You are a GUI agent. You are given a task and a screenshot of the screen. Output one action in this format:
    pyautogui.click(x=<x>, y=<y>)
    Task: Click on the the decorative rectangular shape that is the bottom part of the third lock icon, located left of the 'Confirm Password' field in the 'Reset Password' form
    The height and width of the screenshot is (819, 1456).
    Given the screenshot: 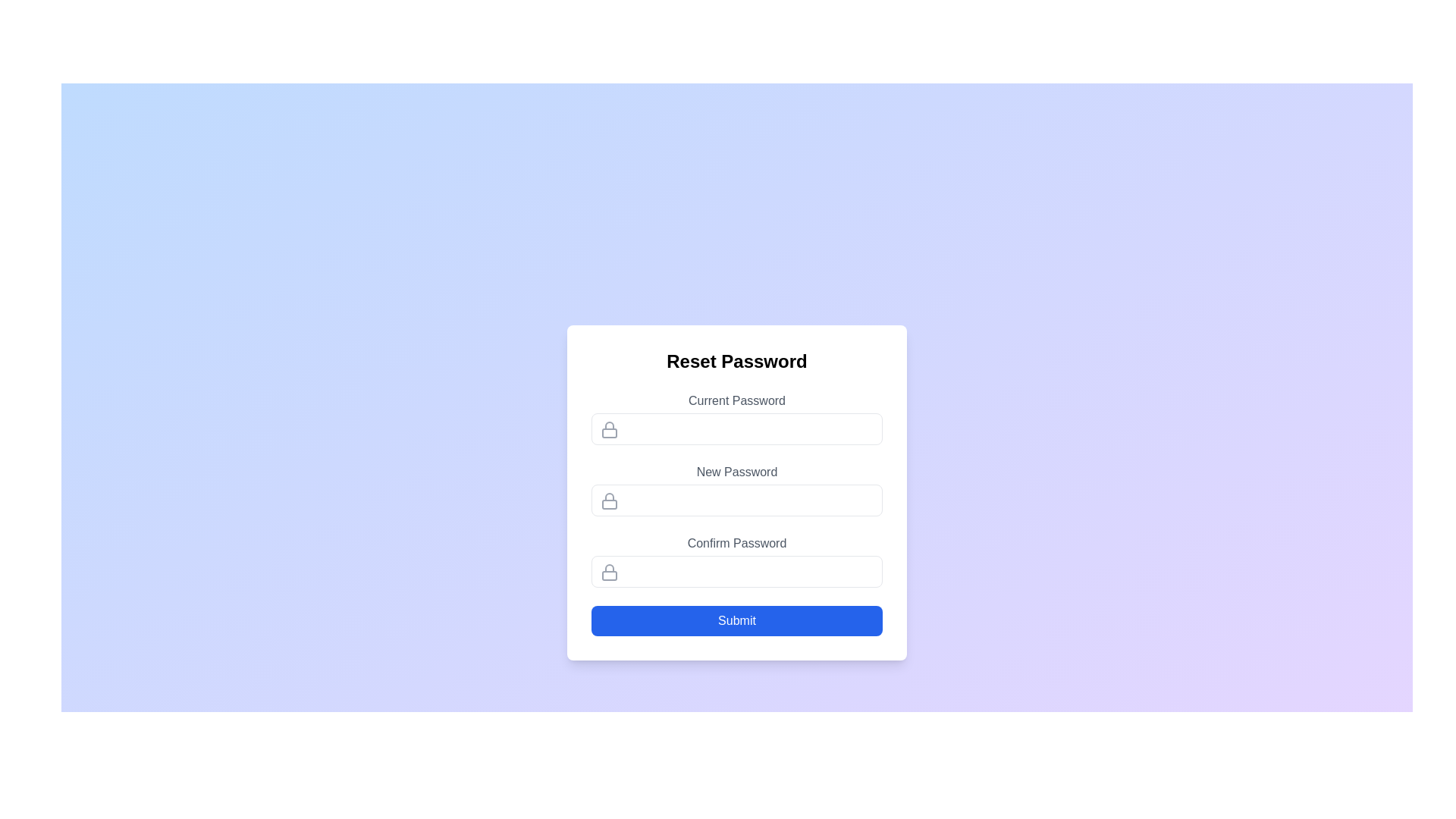 What is the action you would take?
    pyautogui.click(x=610, y=576)
    